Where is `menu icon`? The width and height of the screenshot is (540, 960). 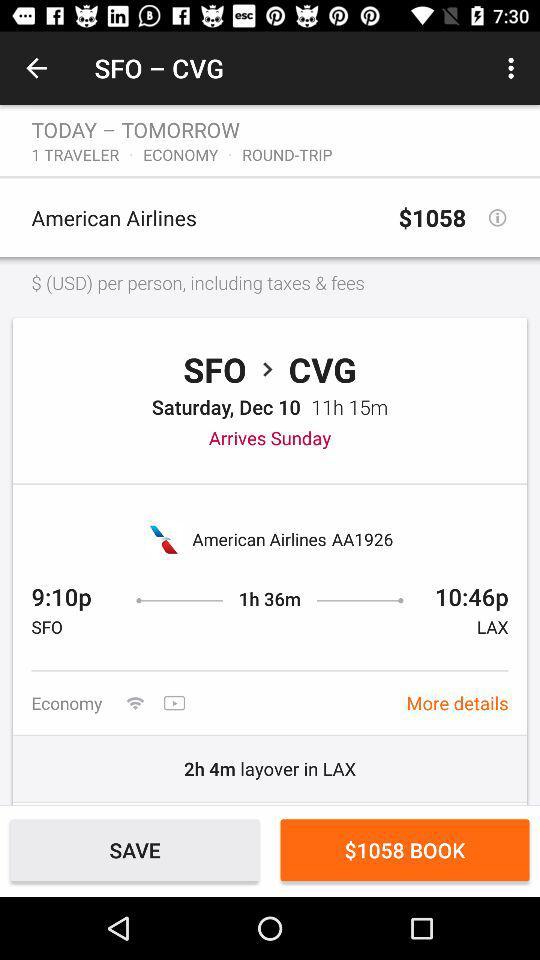 menu icon is located at coordinates (514, 68).